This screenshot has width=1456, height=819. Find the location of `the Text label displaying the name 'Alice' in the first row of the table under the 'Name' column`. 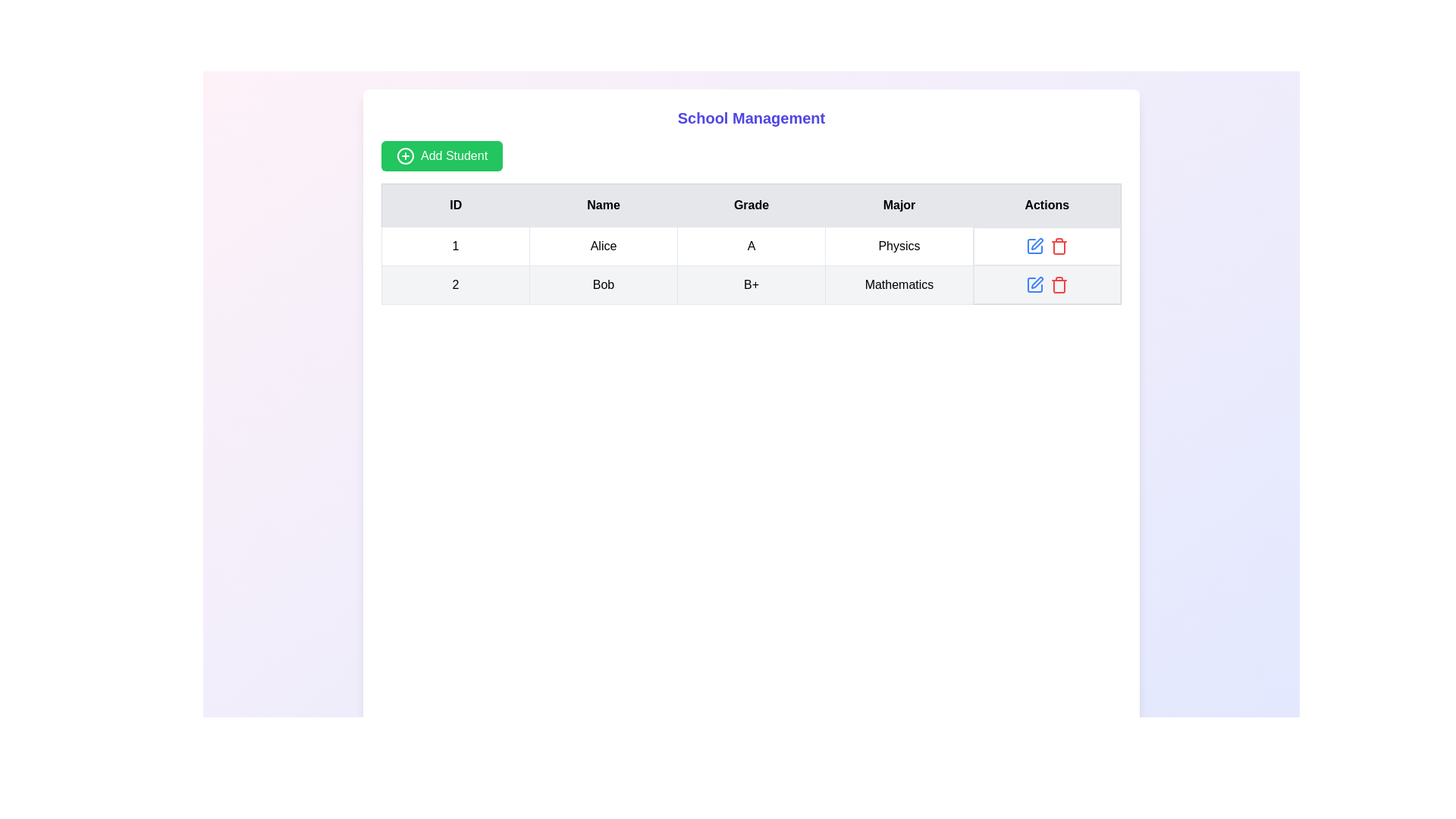

the Text label displaying the name 'Alice' in the first row of the table under the 'Name' column is located at coordinates (603, 245).